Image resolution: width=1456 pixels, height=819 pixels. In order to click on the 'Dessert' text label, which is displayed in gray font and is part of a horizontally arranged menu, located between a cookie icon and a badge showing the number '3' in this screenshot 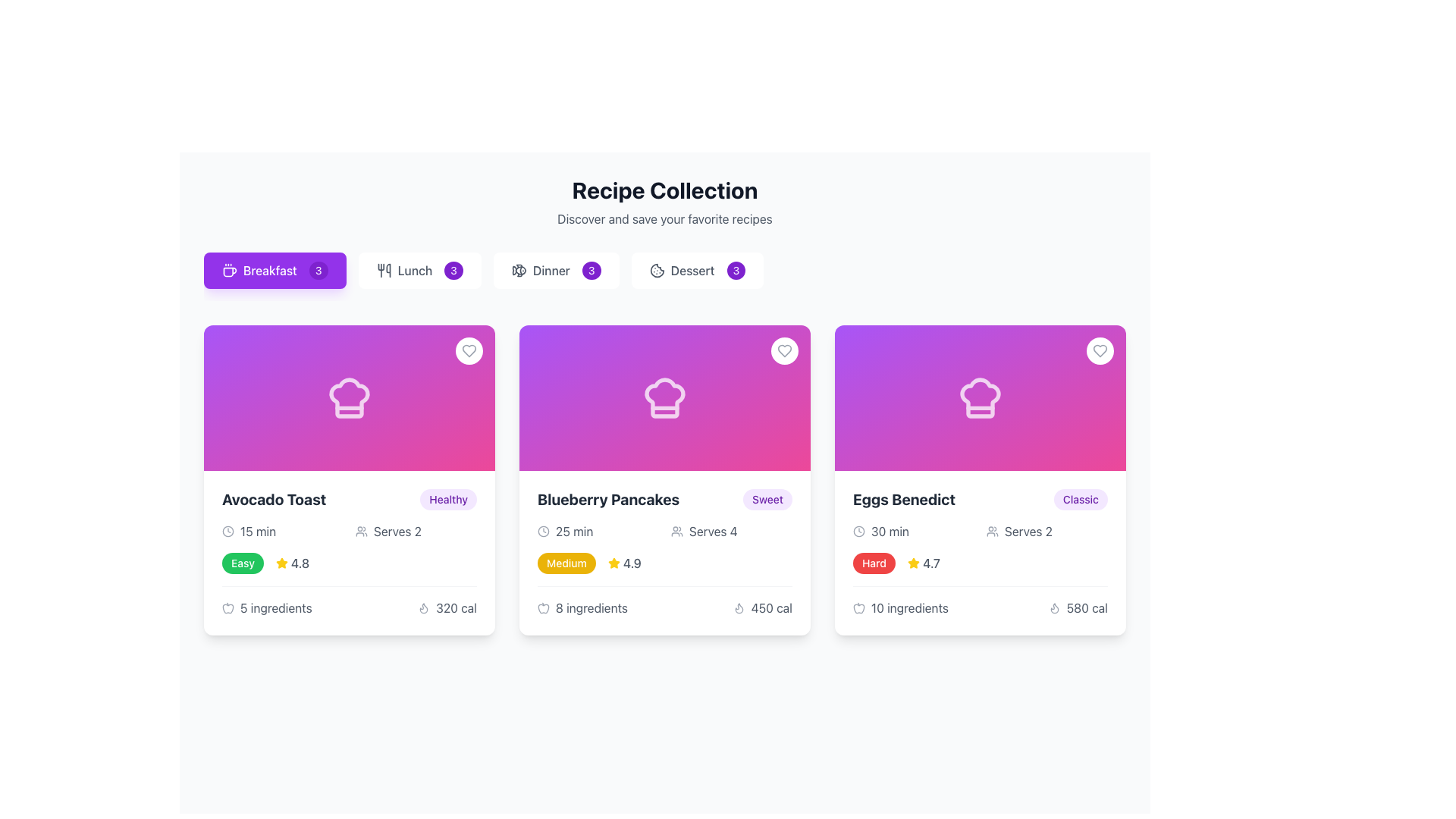, I will do `click(692, 270)`.